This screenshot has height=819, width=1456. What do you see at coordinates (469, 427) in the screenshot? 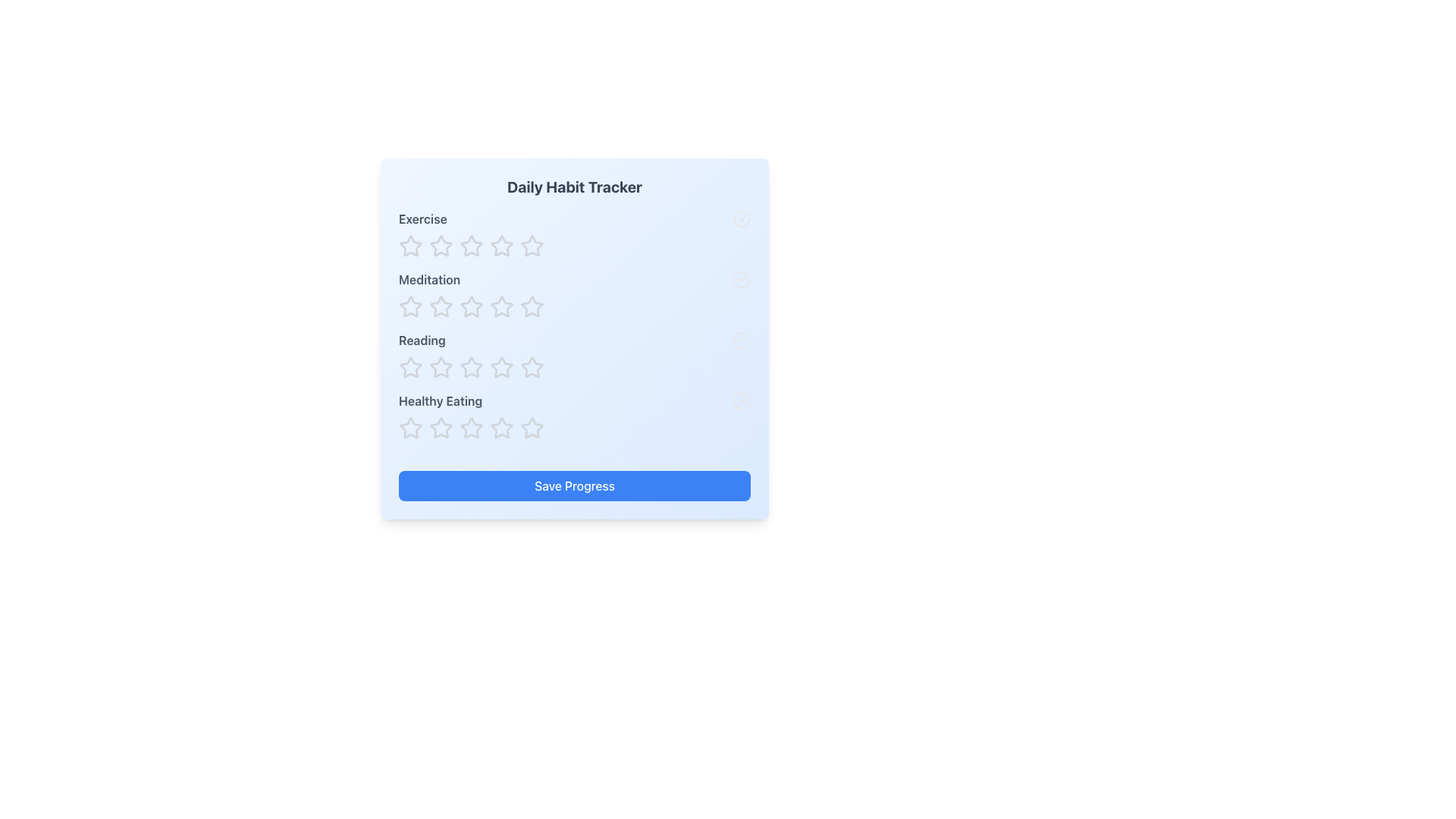
I see `the first star icon in the rating system for the 'Healthy Eating' habit` at bounding box center [469, 427].